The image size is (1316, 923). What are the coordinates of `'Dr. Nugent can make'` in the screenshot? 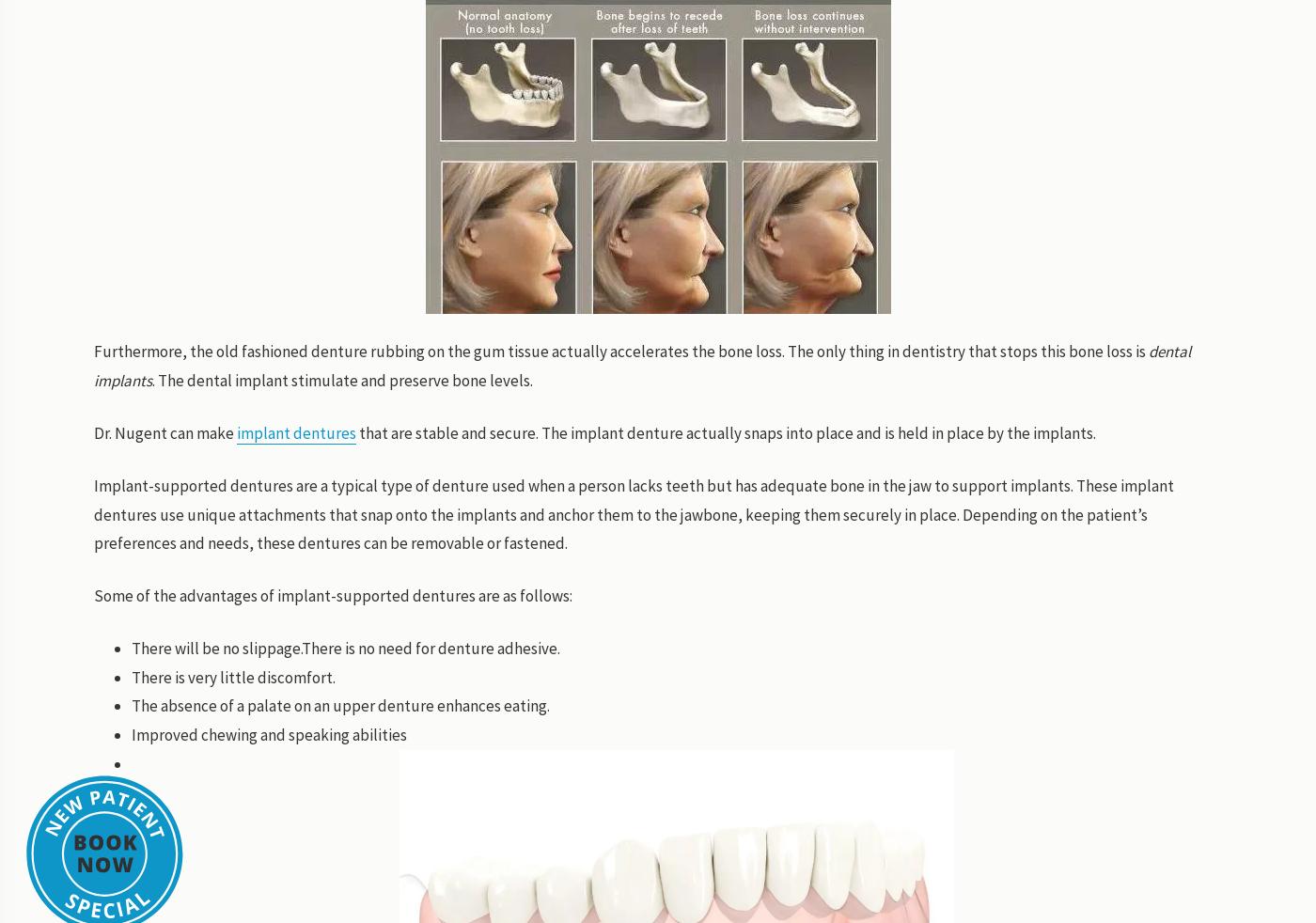 It's located at (93, 431).